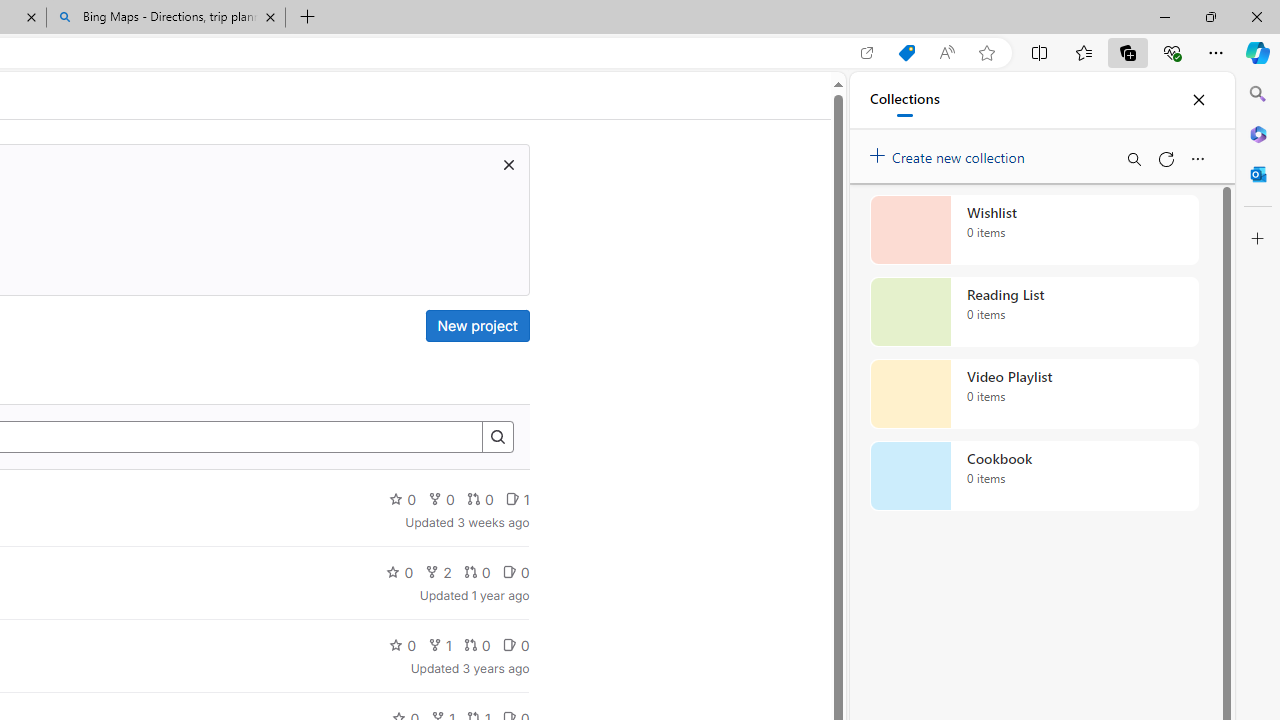 This screenshot has height=720, width=1280. What do you see at coordinates (1034, 475) in the screenshot?
I see `'Cookbook collection, 0 items'` at bounding box center [1034, 475].